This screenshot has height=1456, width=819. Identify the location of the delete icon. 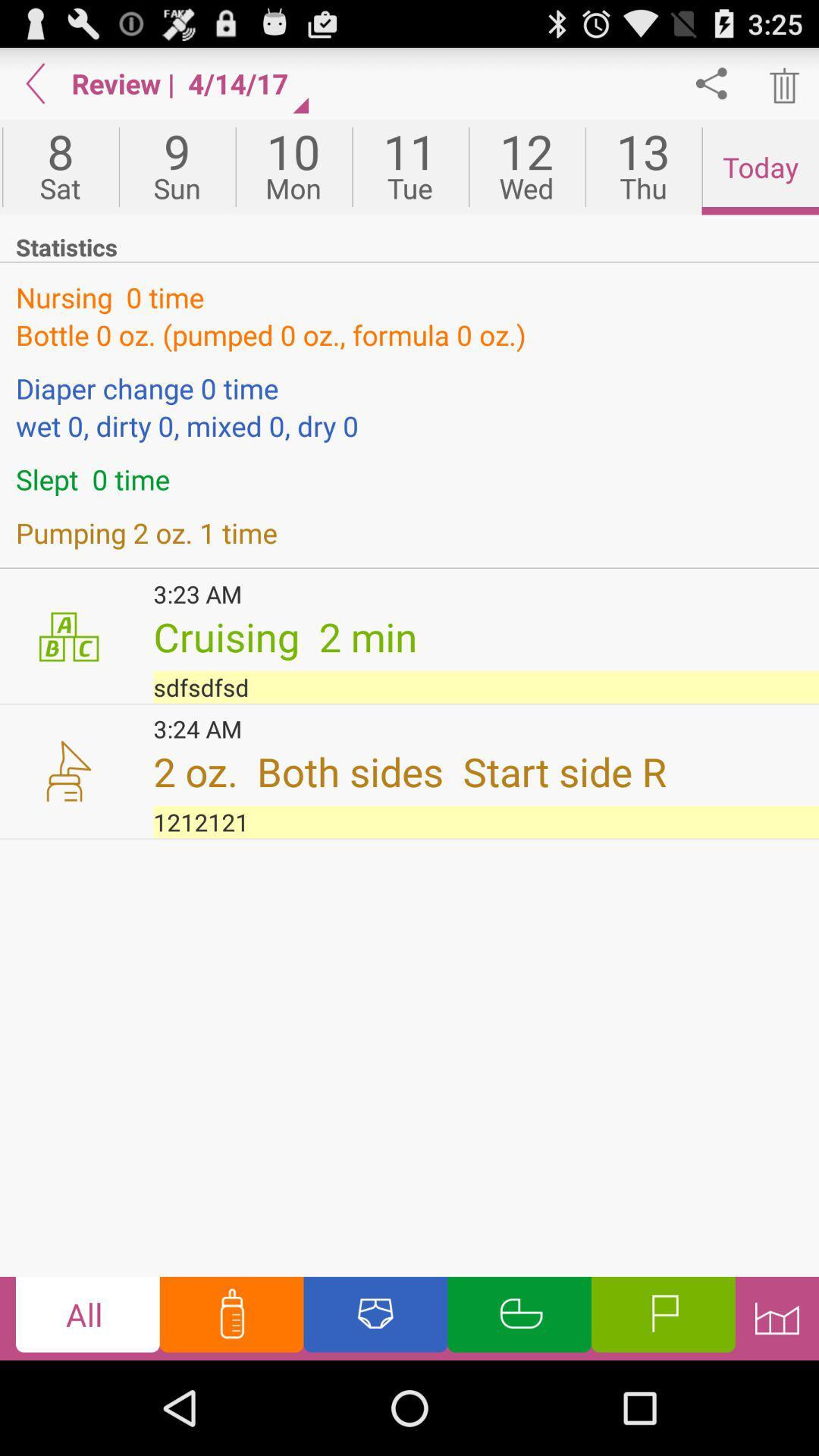
(783, 89).